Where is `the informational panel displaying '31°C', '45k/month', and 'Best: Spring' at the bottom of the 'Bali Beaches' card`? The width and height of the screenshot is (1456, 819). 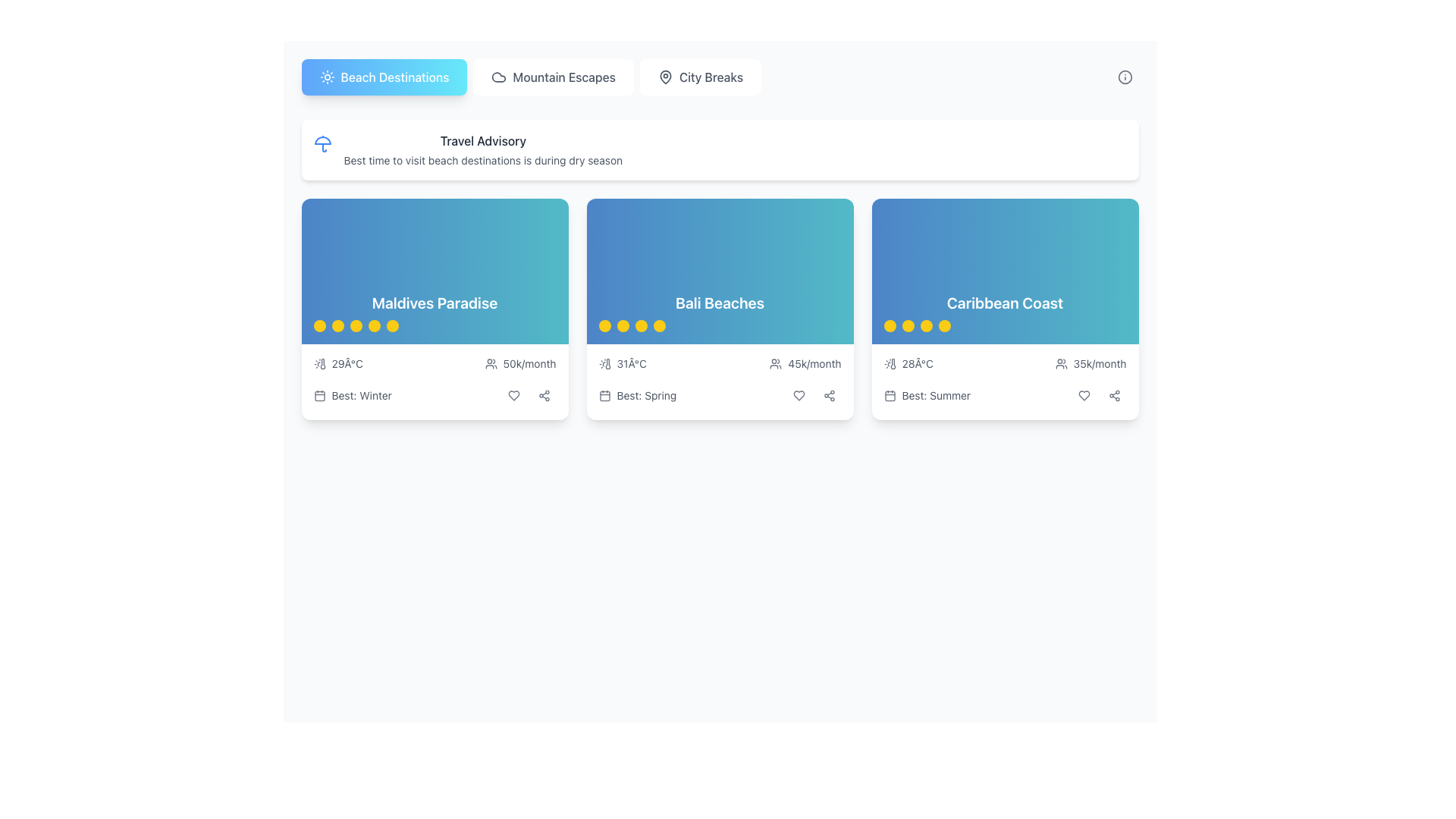 the informational panel displaying '31°C', '45k/month', and 'Best: Spring' at the bottom of the 'Bali Beaches' card is located at coordinates (719, 381).